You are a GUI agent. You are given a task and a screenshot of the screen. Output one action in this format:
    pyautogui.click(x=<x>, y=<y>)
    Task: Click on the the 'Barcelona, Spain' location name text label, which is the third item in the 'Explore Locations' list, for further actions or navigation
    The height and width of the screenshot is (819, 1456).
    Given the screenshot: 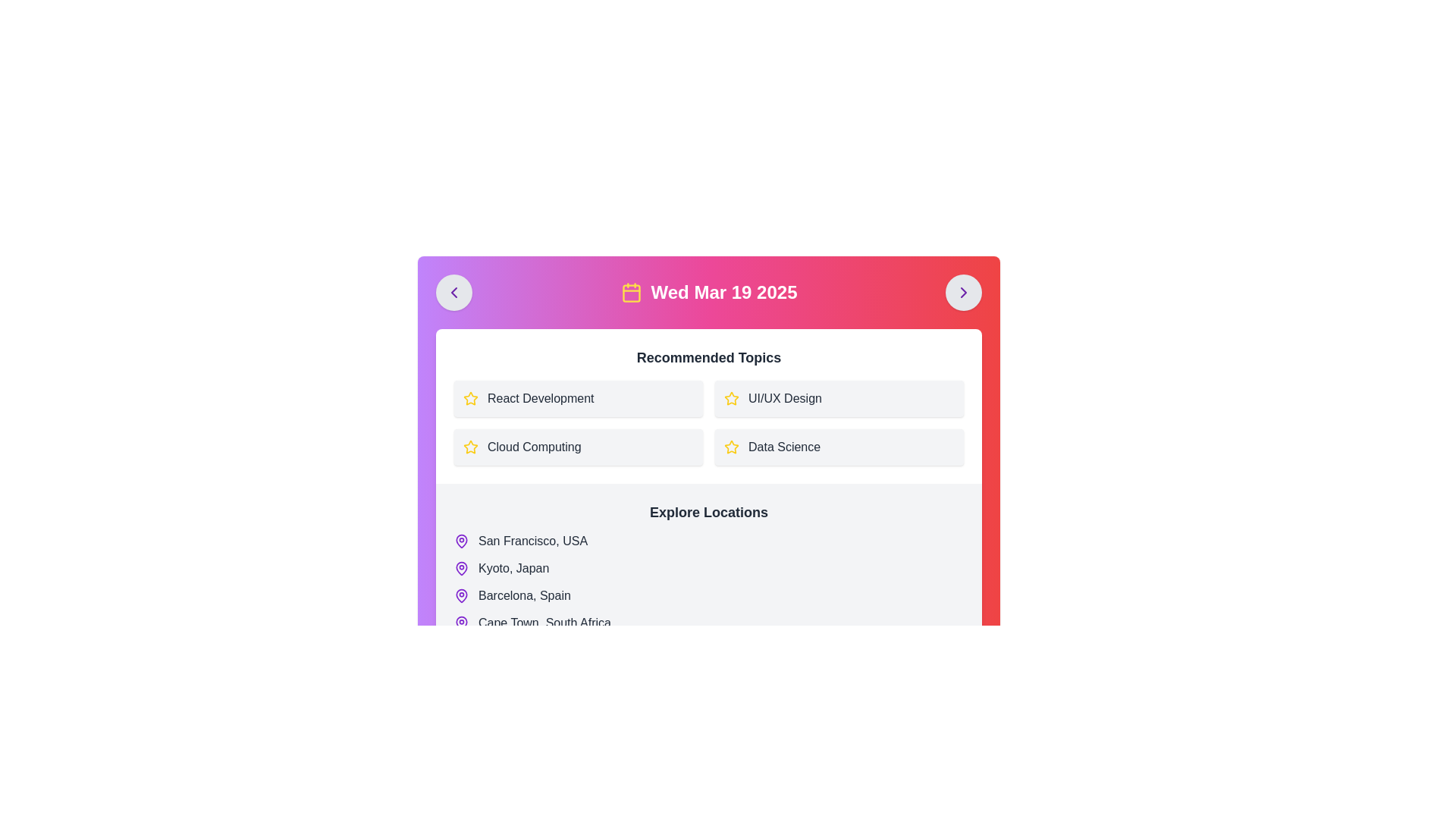 What is the action you would take?
    pyautogui.click(x=524, y=595)
    